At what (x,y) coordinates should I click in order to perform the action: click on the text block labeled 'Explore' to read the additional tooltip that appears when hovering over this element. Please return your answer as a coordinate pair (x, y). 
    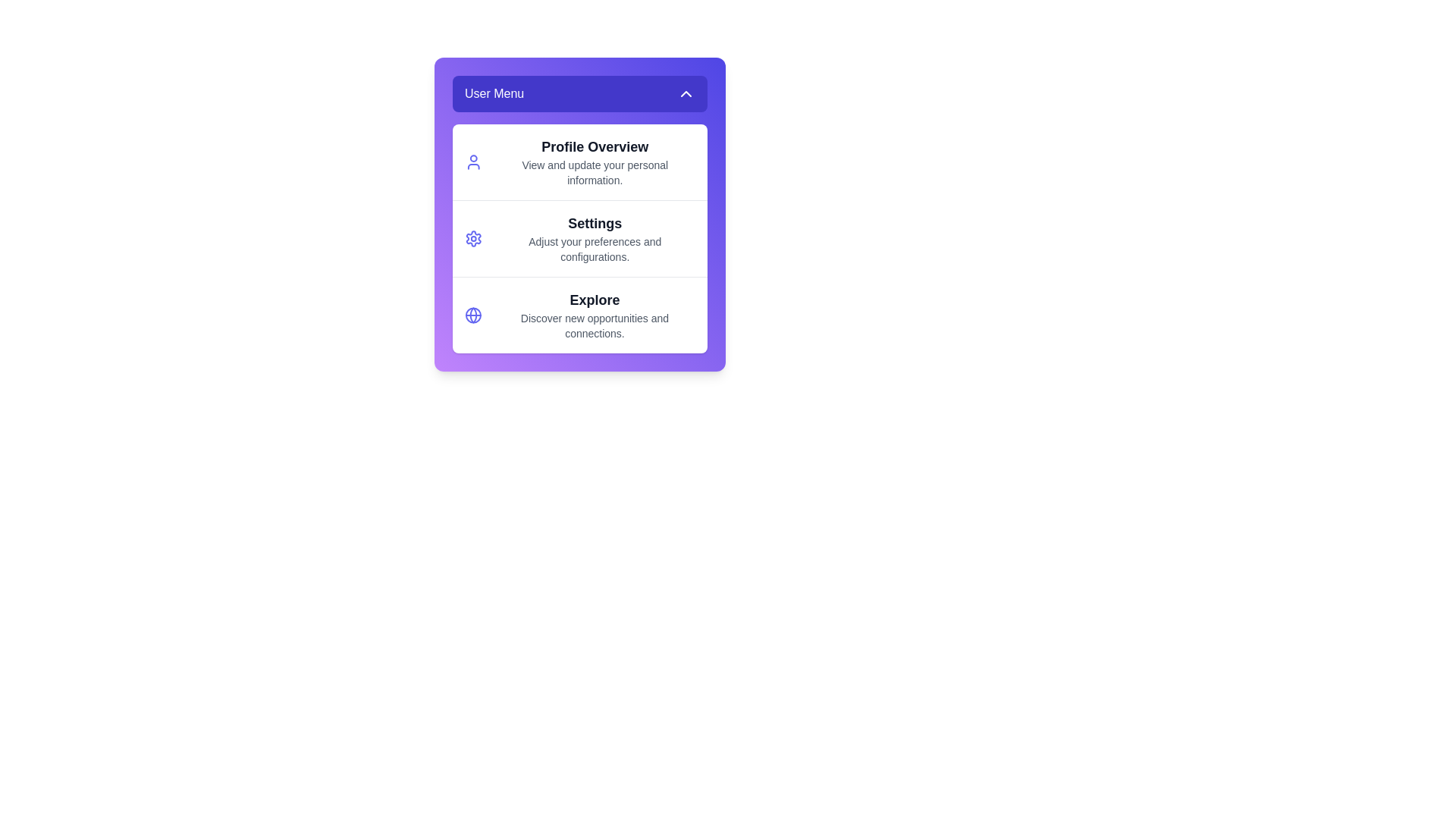
    Looking at the image, I should click on (594, 315).